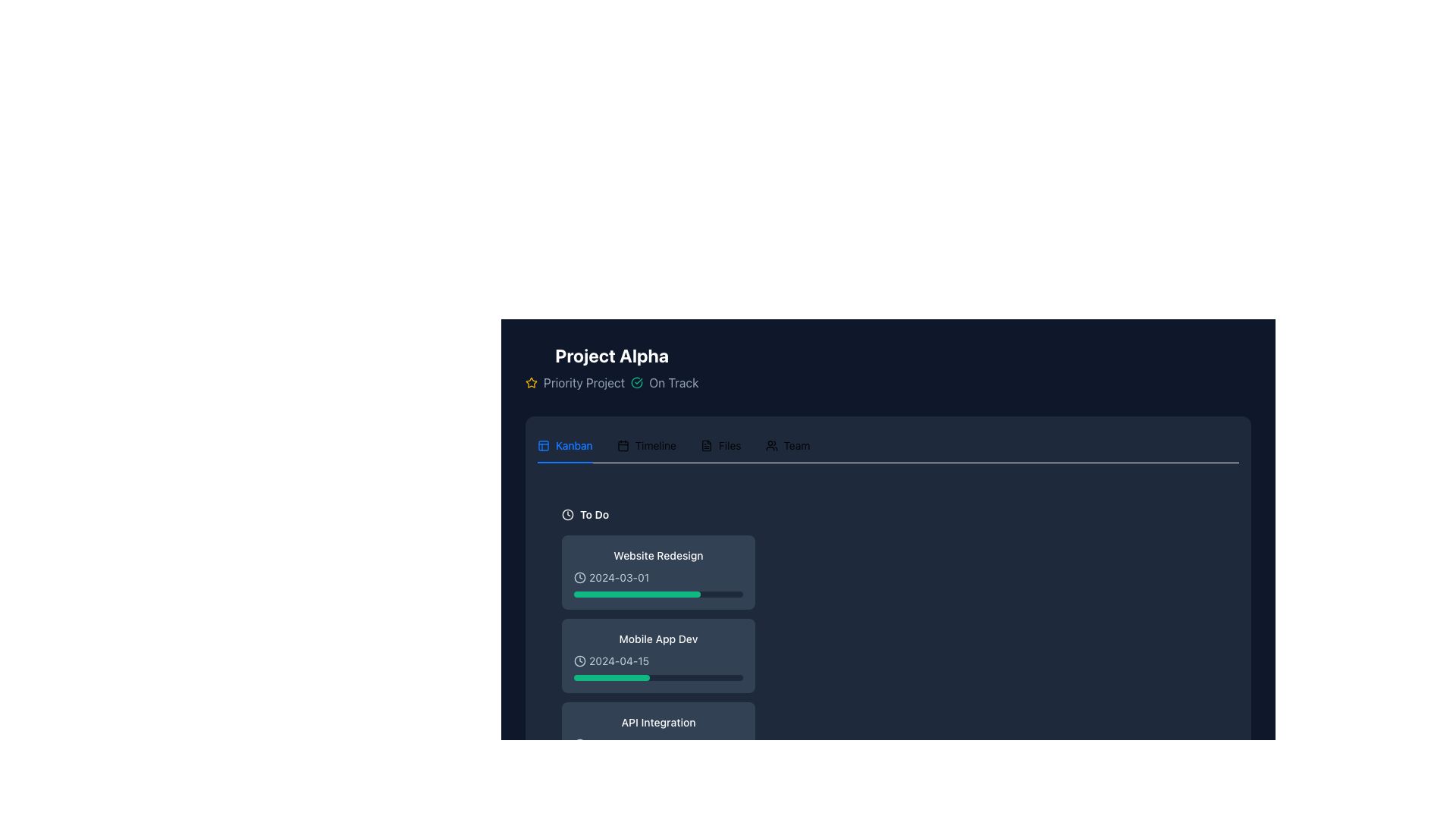 The width and height of the screenshot is (1456, 819). What do you see at coordinates (658, 654) in the screenshot?
I see `the second Card component in the 'To Do' section of the Kanban board` at bounding box center [658, 654].